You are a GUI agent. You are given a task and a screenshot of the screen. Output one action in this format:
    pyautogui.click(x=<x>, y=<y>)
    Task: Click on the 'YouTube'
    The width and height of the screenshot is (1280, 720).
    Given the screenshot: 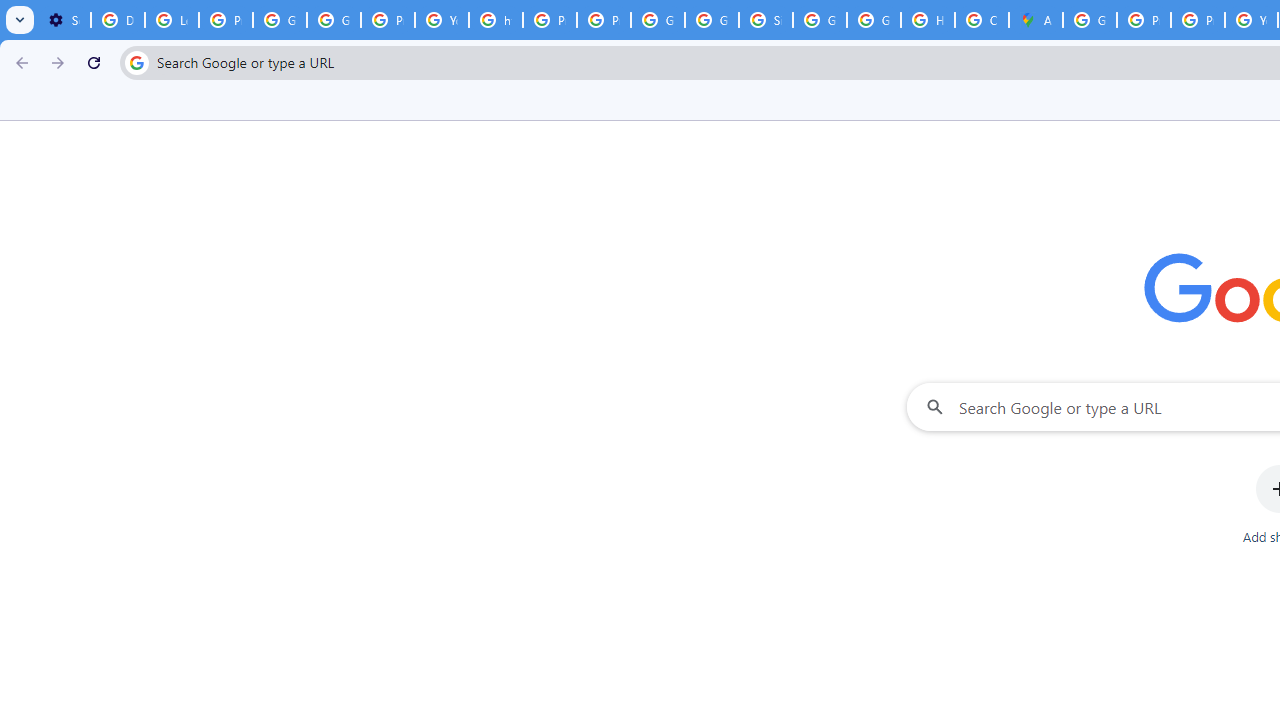 What is the action you would take?
    pyautogui.click(x=440, y=20)
    